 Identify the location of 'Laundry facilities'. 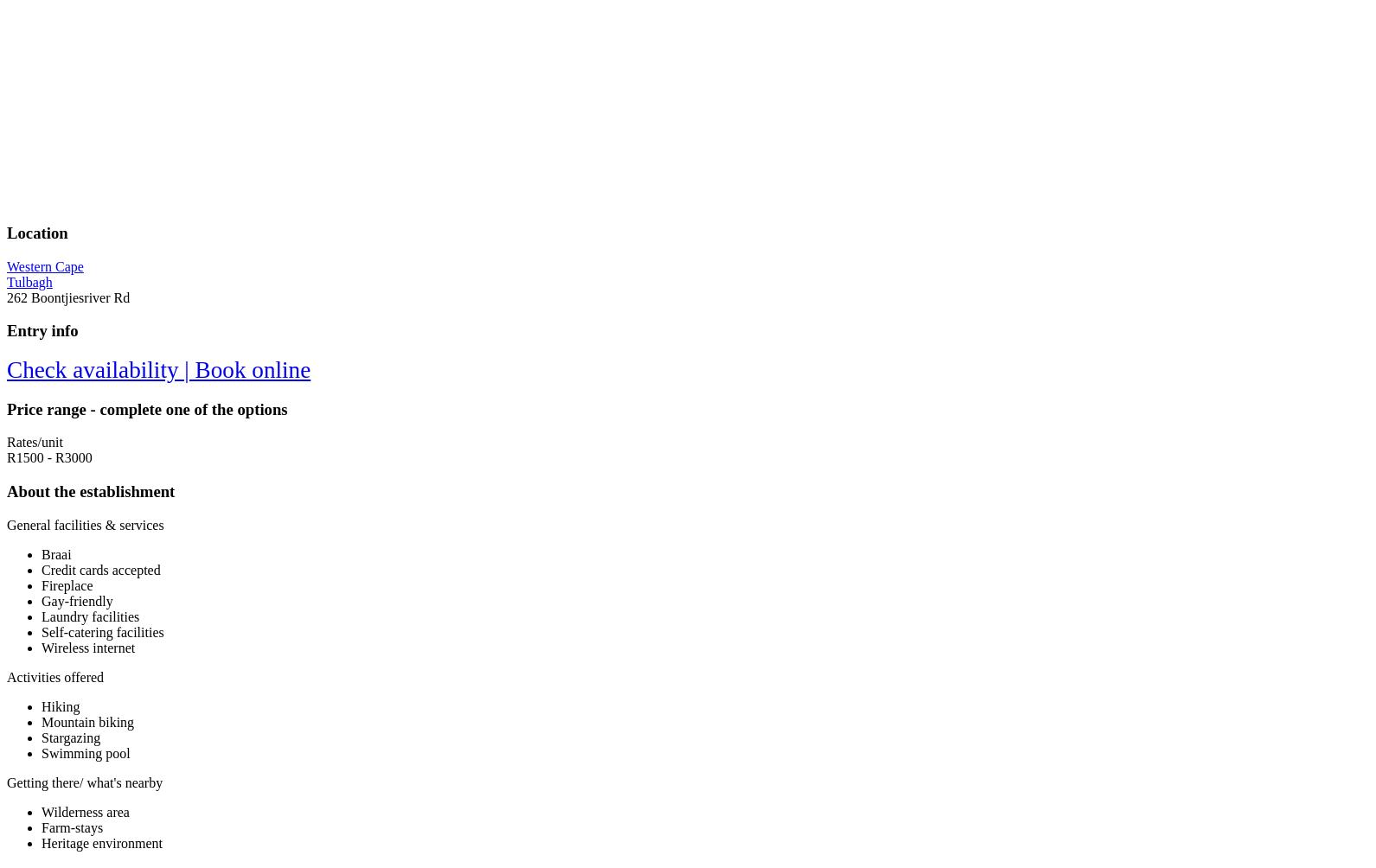
(90, 615).